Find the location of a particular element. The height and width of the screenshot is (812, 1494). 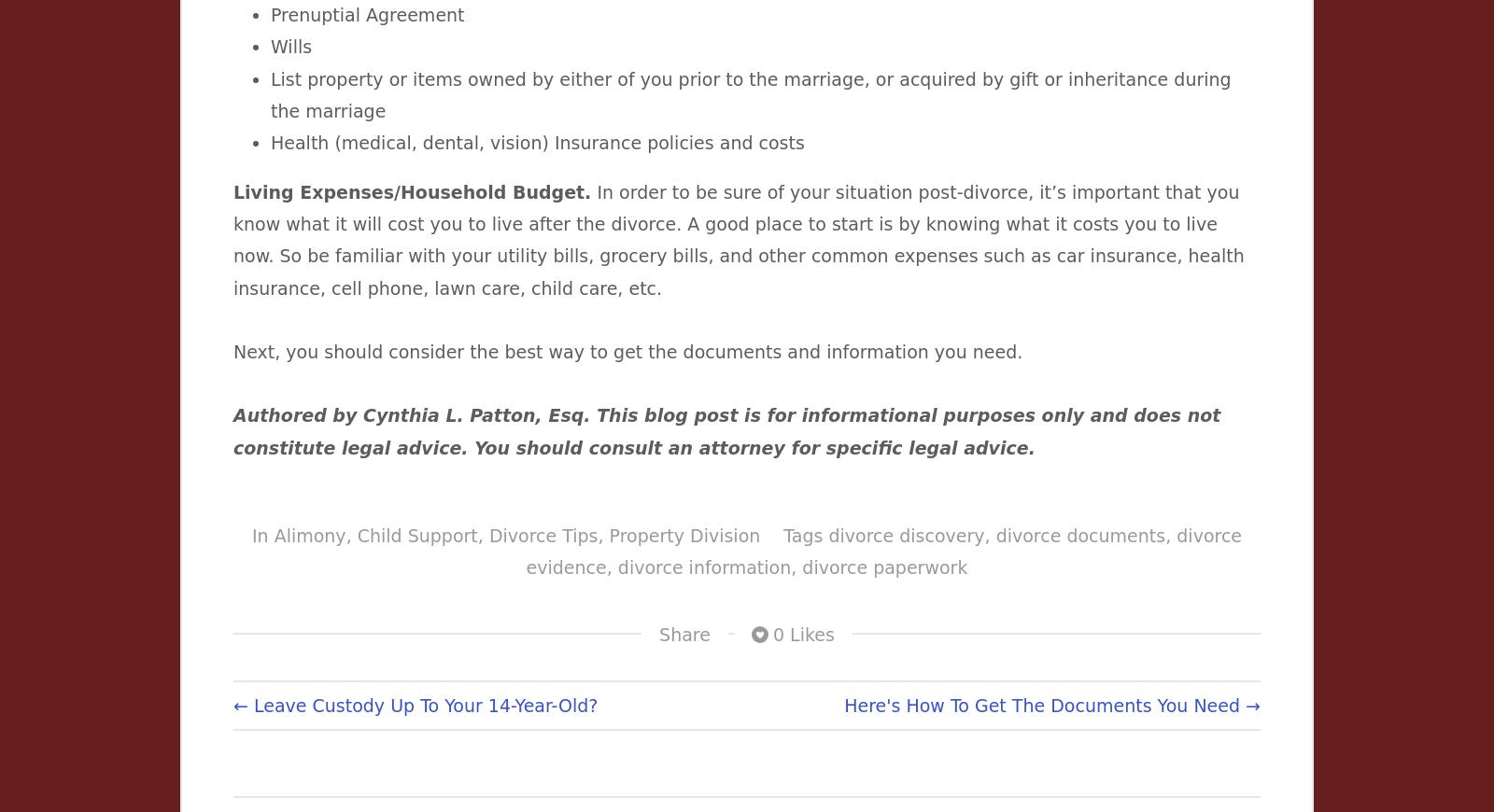

'Next, you should consider the best way to get the documents and information you need.' is located at coordinates (627, 351).